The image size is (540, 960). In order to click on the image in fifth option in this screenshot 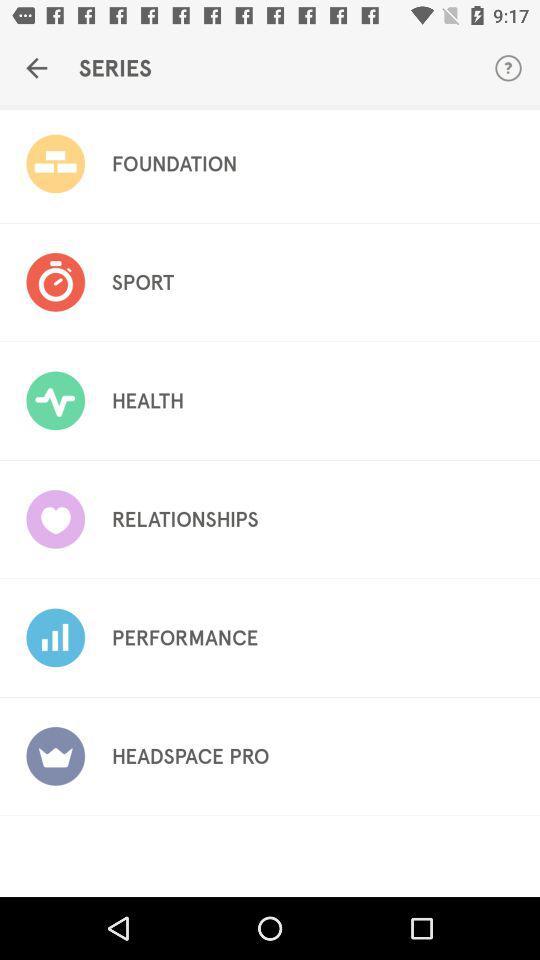, I will do `click(55, 637)`.